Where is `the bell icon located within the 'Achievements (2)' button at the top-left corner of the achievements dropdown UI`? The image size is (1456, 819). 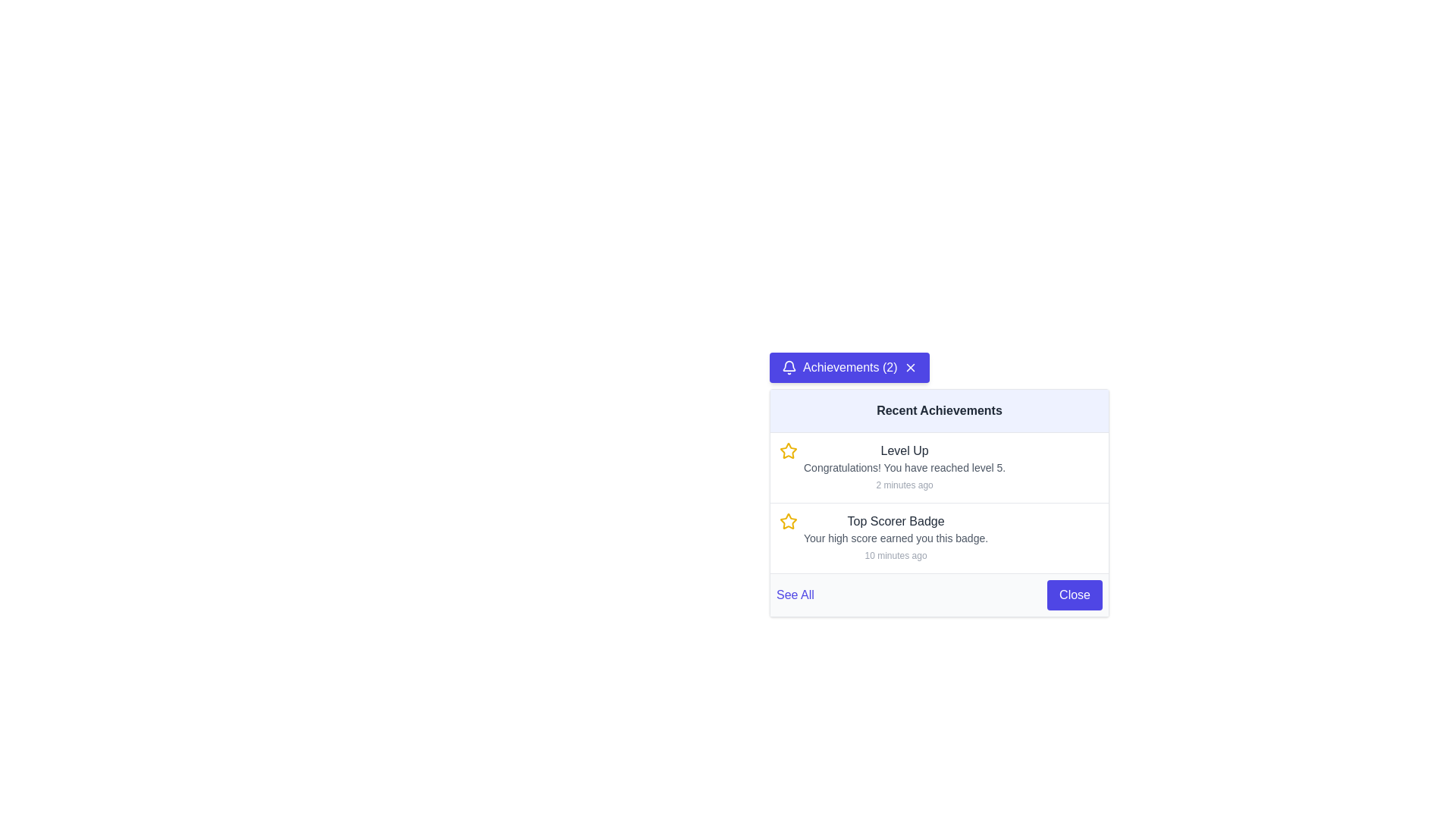 the bell icon located within the 'Achievements (2)' button at the top-left corner of the achievements dropdown UI is located at coordinates (789, 368).